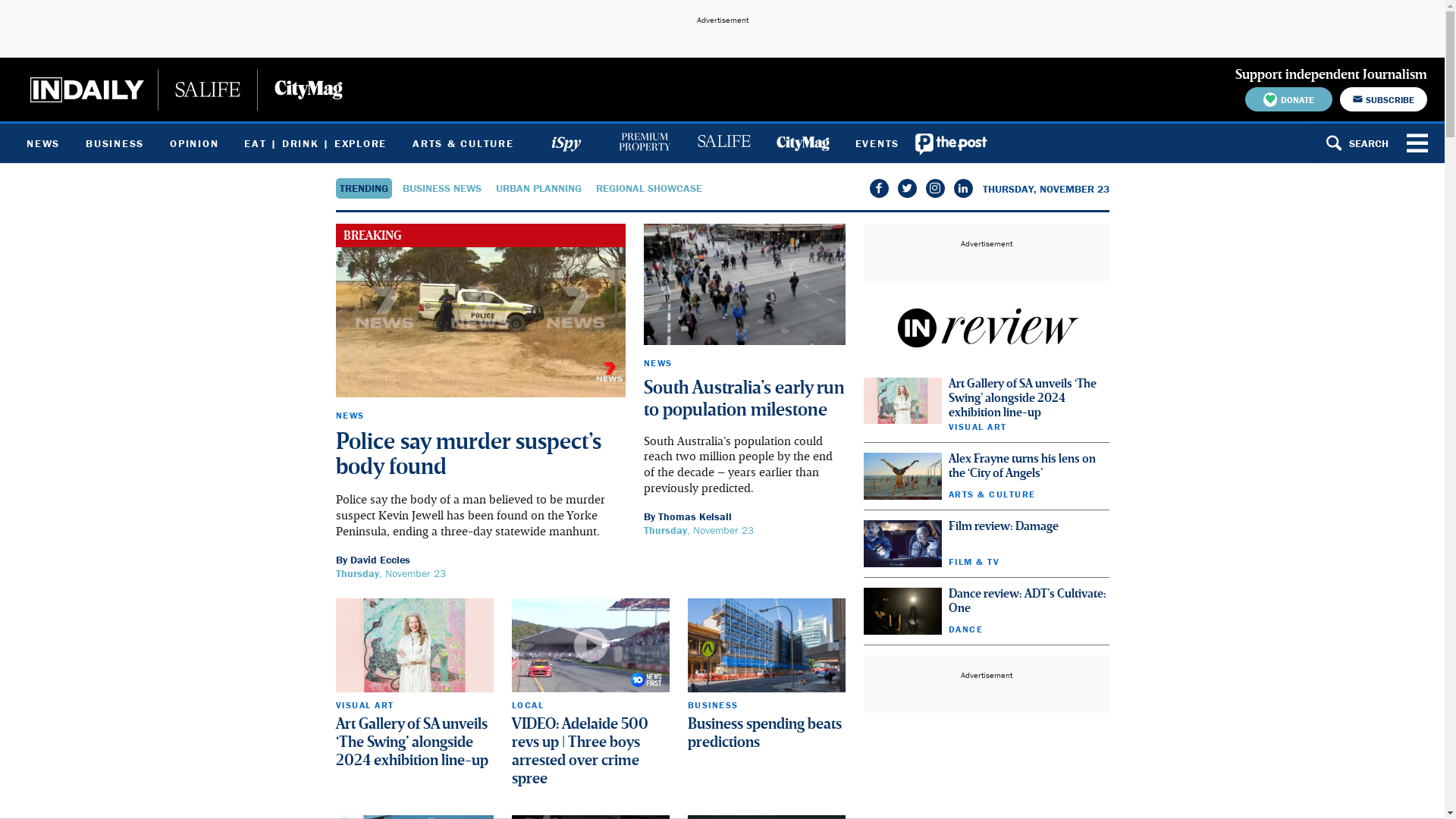 This screenshot has width=1456, height=819. What do you see at coordinates (380, 559) in the screenshot?
I see `'David Eccles'` at bounding box center [380, 559].